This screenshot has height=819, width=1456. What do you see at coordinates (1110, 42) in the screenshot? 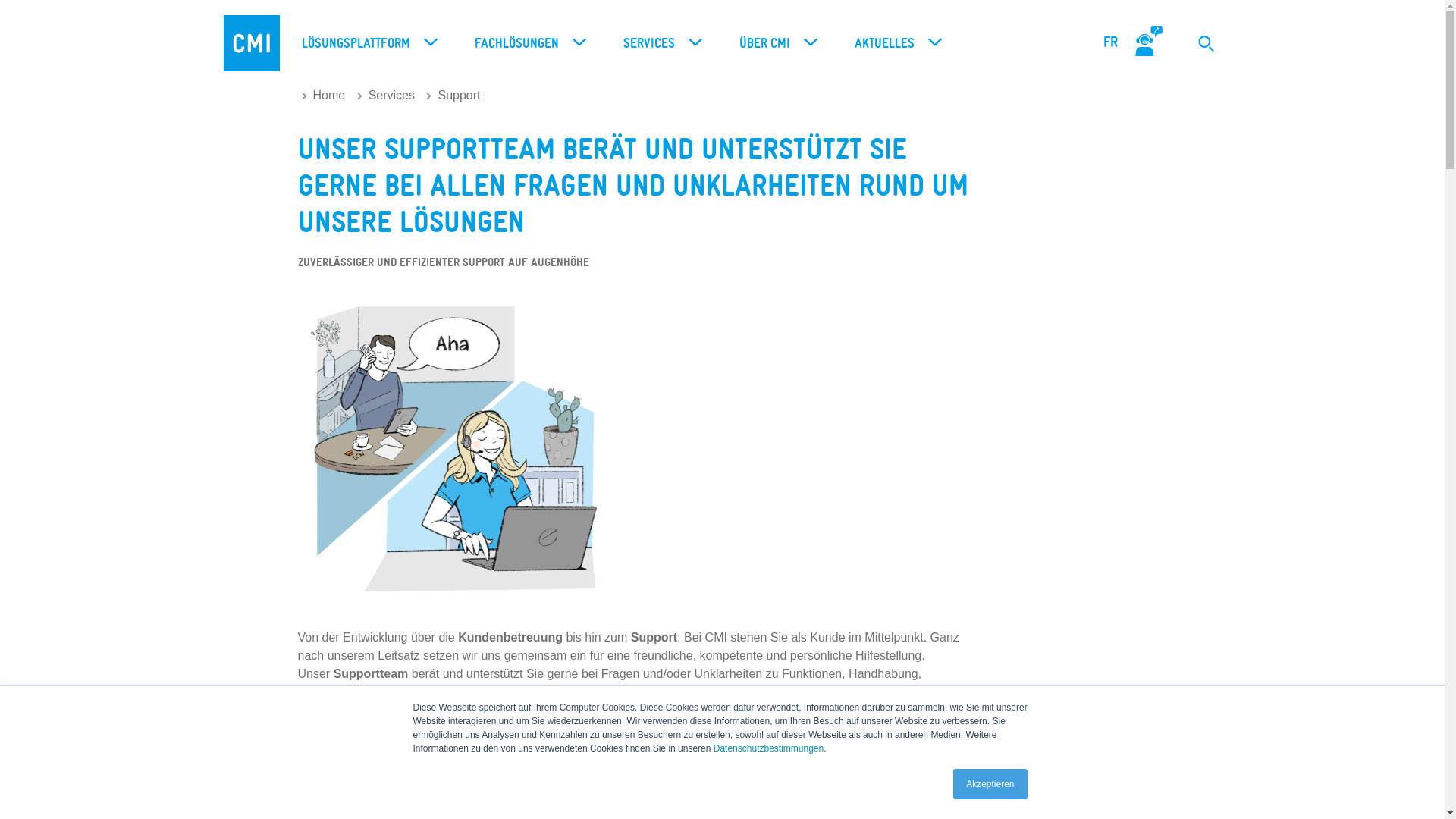
I see `'FR'` at bounding box center [1110, 42].